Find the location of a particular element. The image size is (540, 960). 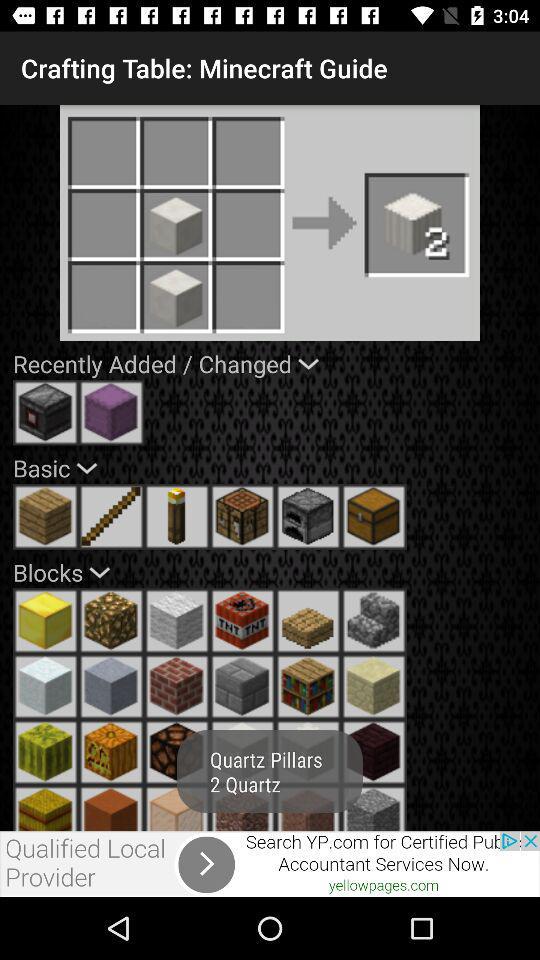

the edit icon is located at coordinates (111, 515).